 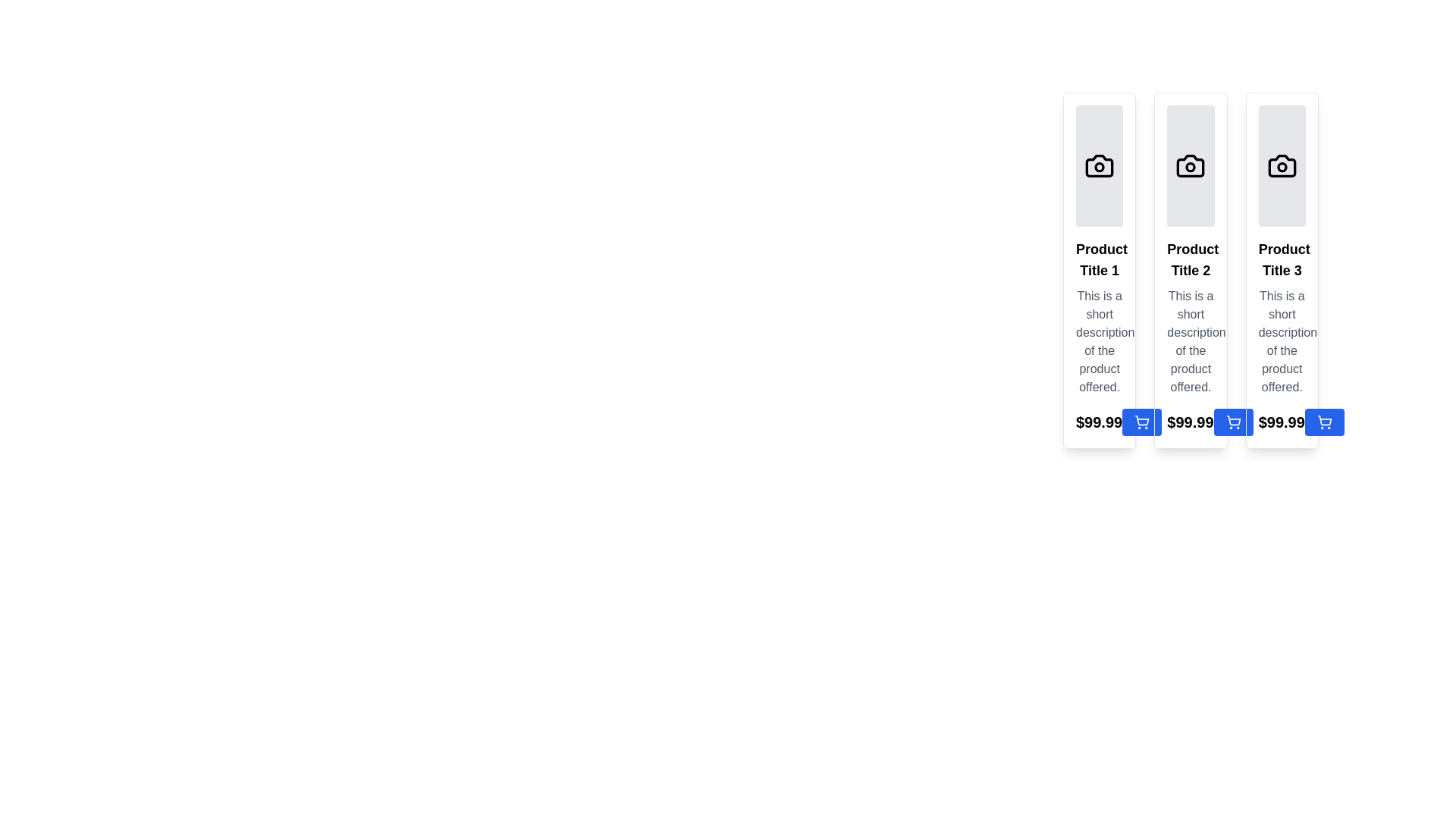 I want to click on the second product card in the grid layout, so click(x=1189, y=270).